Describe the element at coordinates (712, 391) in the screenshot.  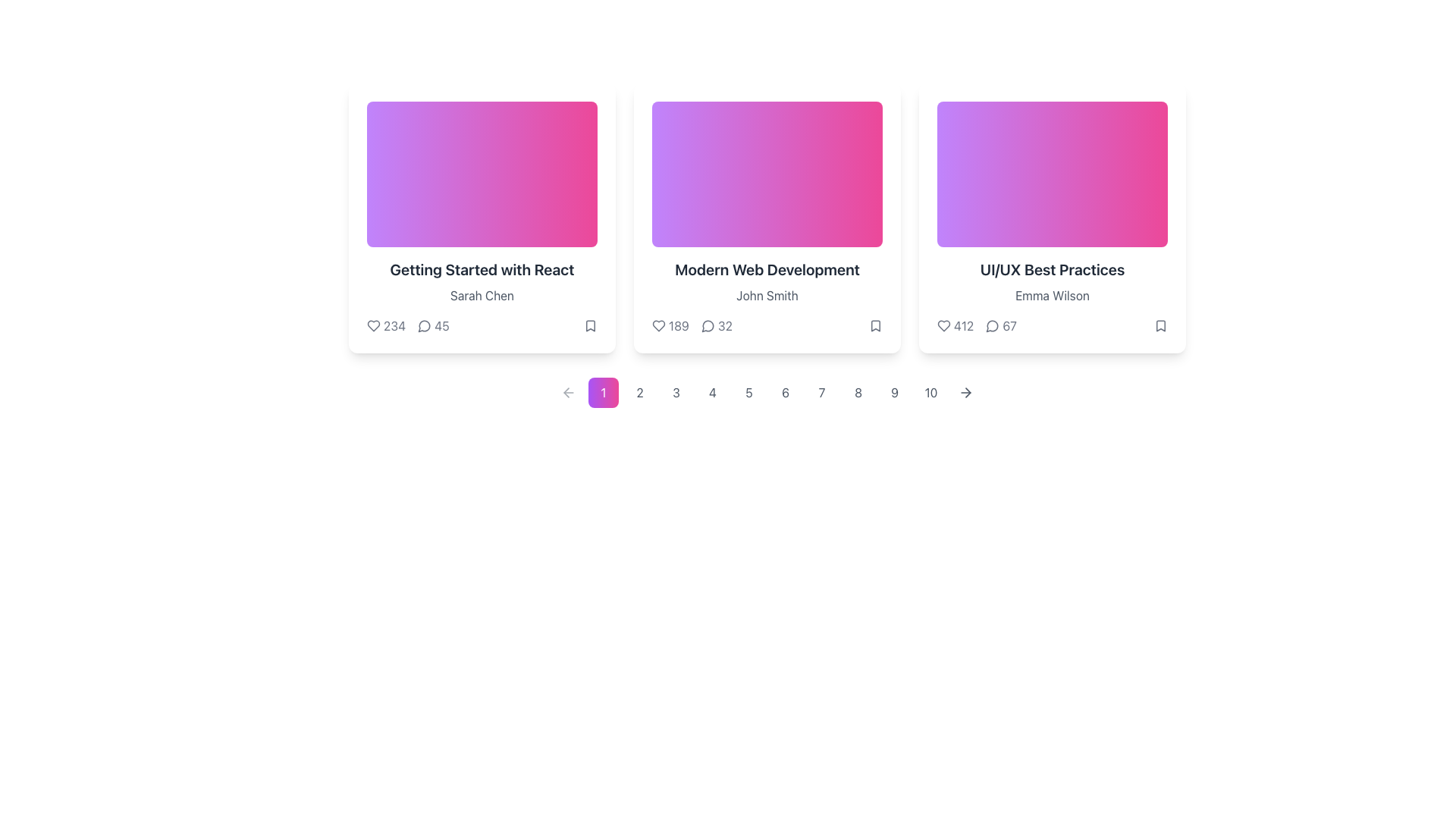
I see `the fourth button in the pagination bar` at that location.